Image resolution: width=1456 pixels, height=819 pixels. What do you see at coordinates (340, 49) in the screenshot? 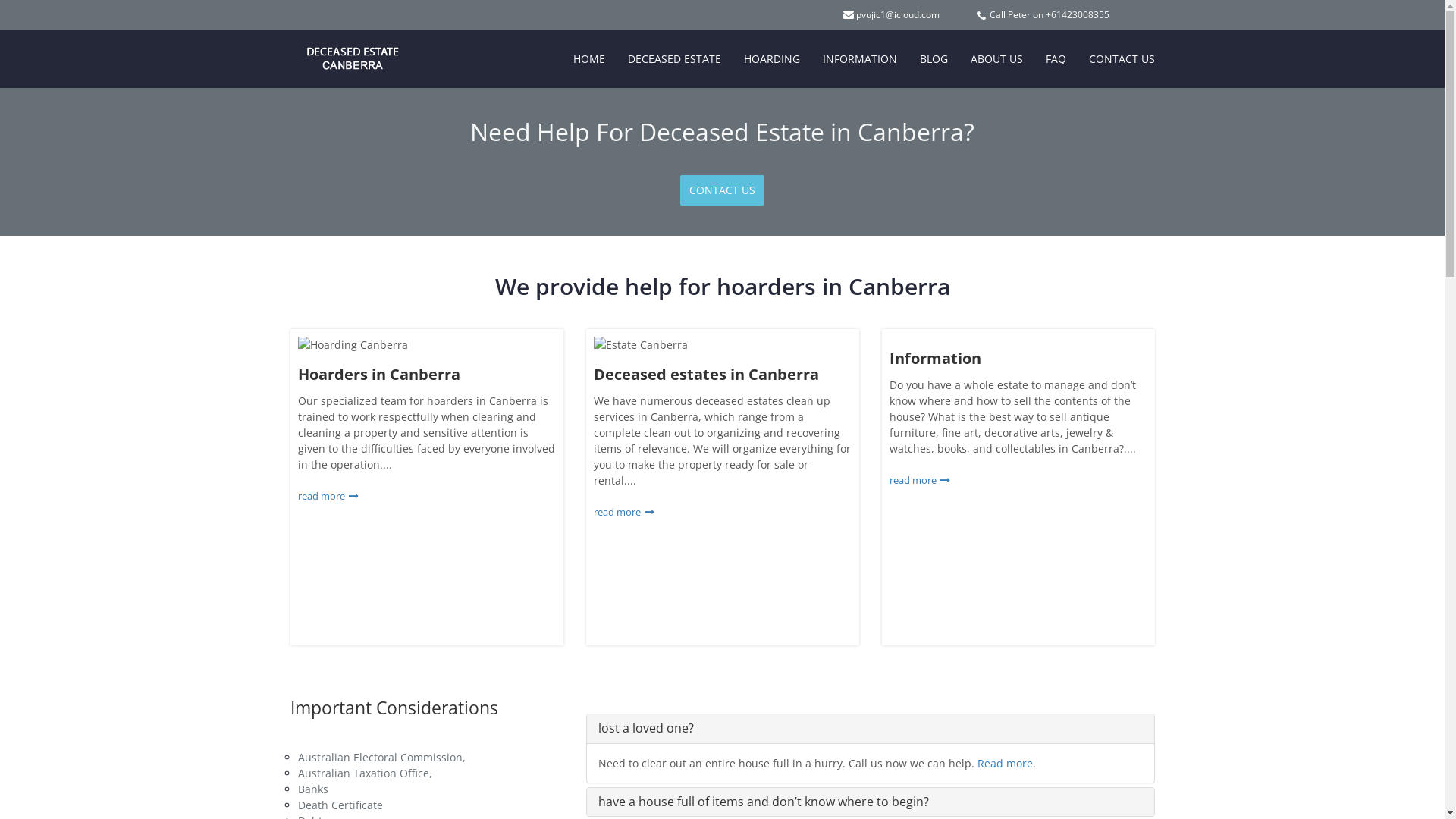
I see `'Deceased Estate Canberra'` at bounding box center [340, 49].